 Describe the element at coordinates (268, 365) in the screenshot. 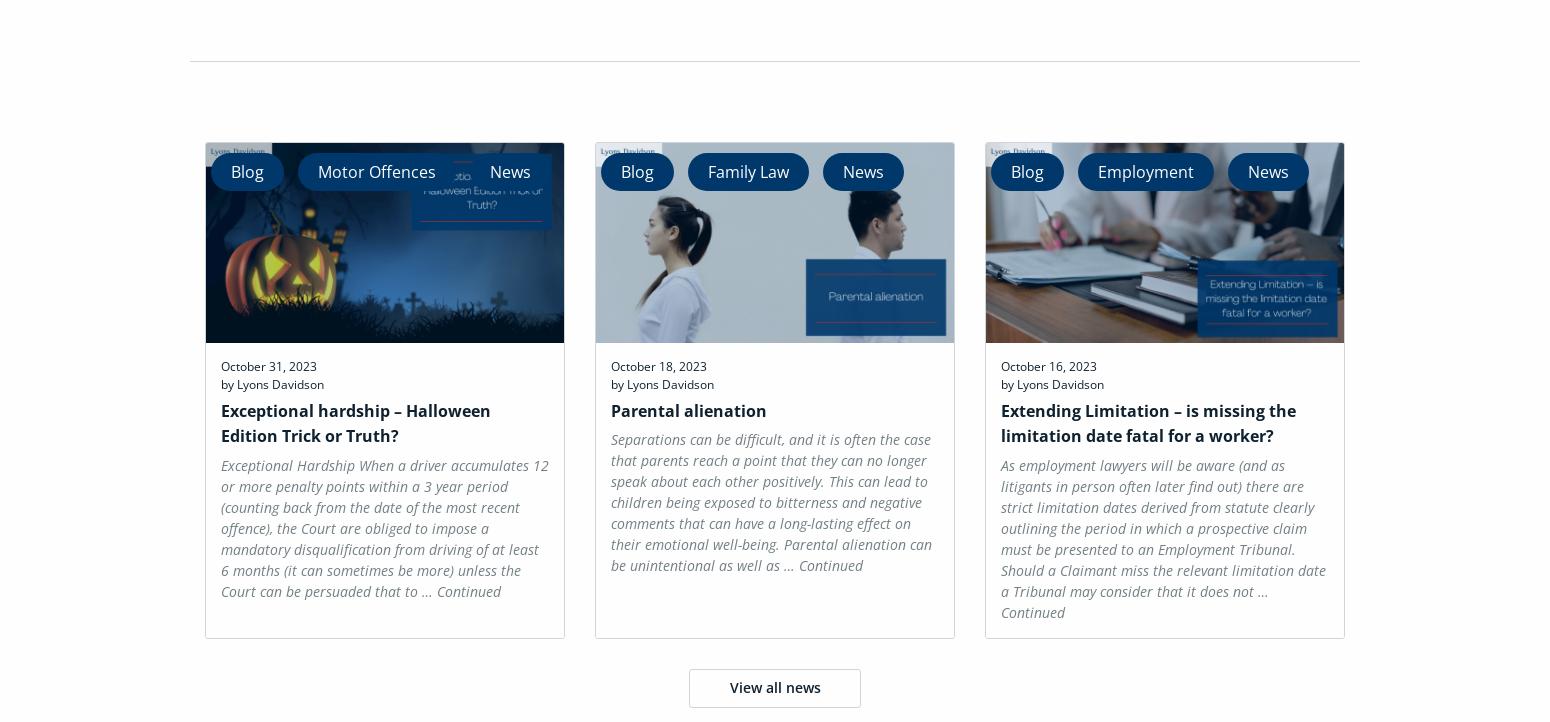

I see `'October 31, 2023'` at that location.